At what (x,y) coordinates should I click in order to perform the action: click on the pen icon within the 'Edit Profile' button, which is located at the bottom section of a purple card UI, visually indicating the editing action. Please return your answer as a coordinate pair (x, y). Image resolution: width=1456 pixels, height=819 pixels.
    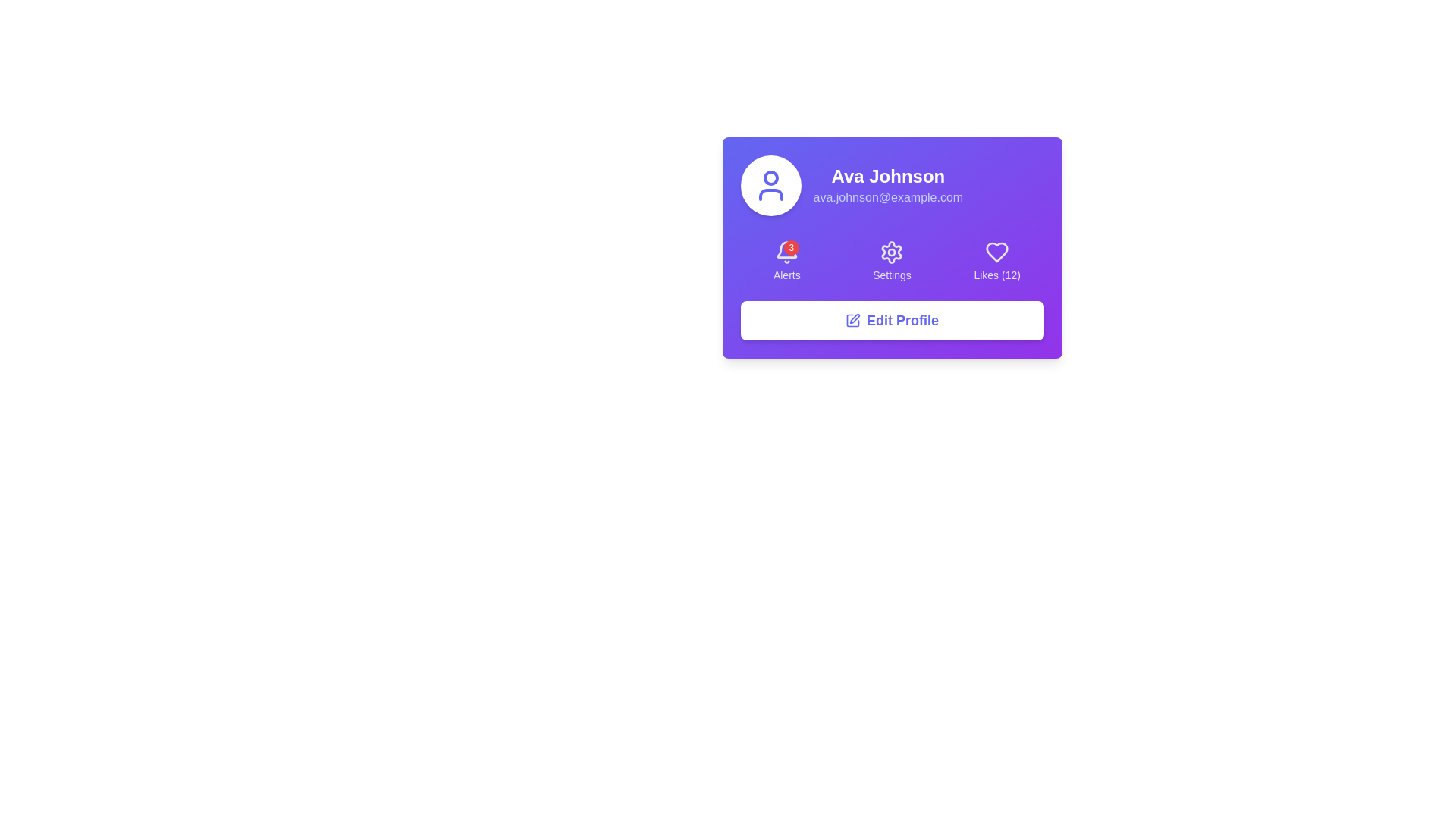
    Looking at the image, I should click on (852, 320).